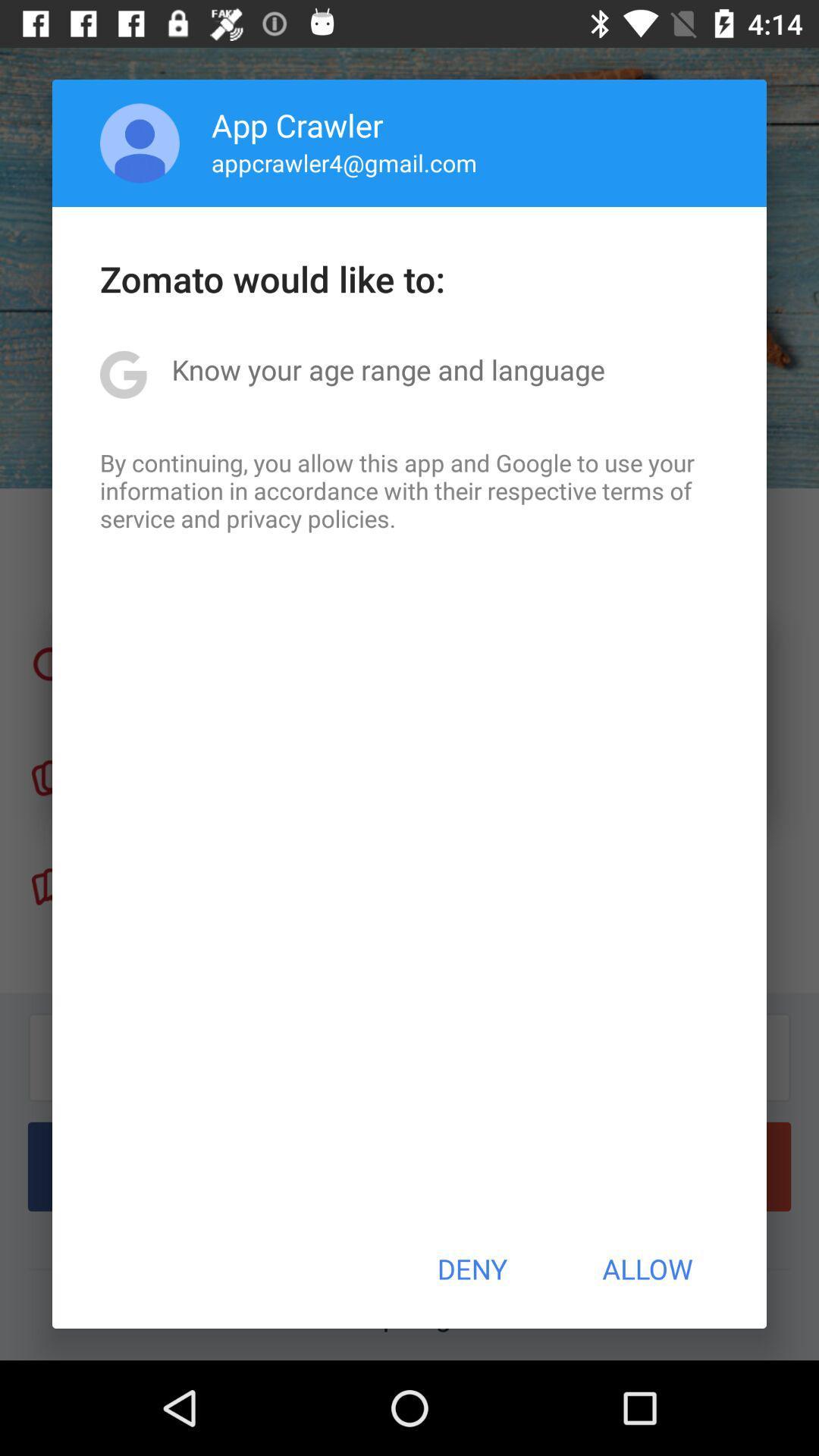  What do you see at coordinates (388, 369) in the screenshot?
I see `know your age` at bounding box center [388, 369].